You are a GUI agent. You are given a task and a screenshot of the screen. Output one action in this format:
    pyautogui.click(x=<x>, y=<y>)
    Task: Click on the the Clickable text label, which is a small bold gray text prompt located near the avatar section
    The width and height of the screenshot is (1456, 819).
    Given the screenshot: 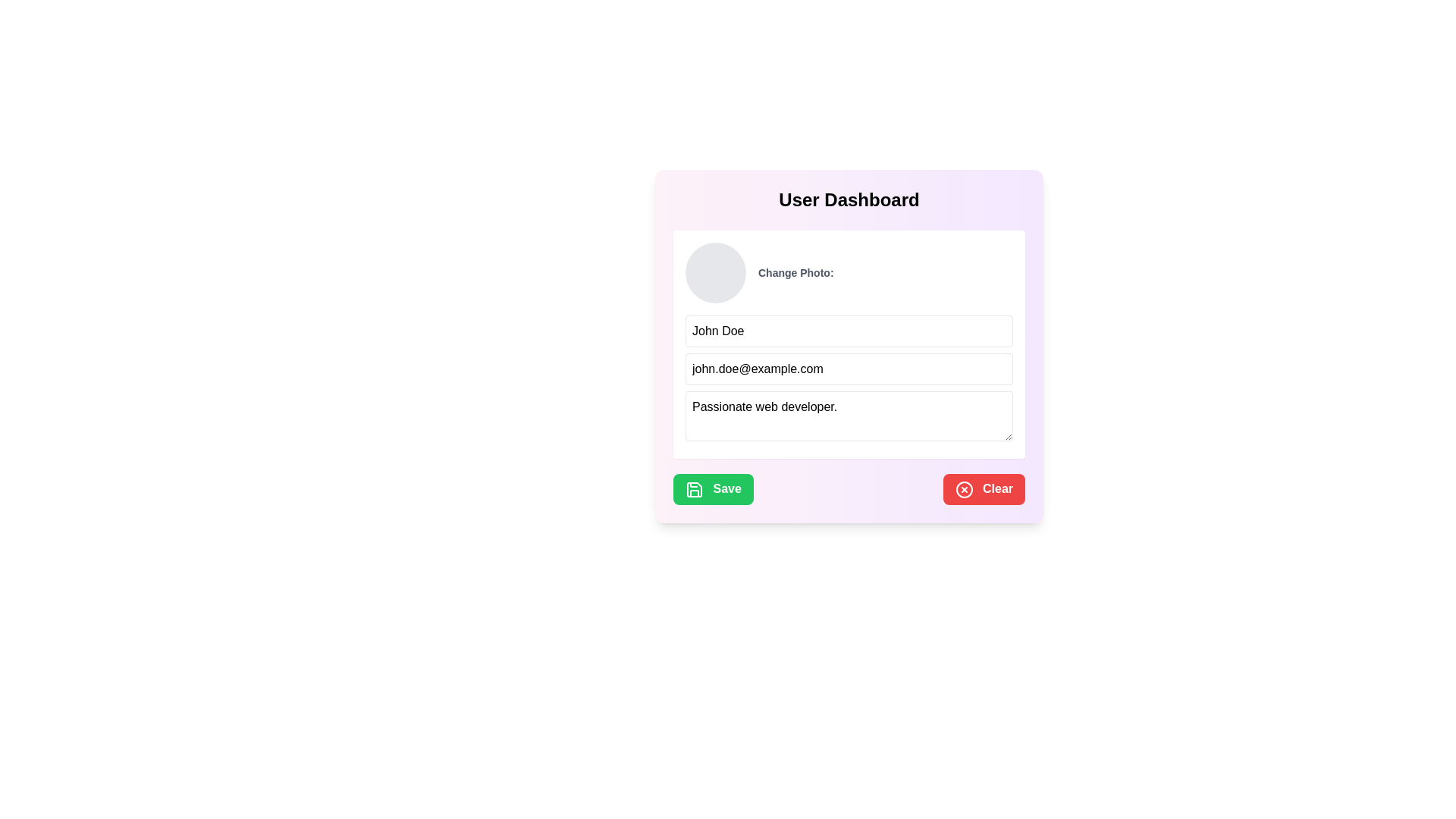 What is the action you would take?
    pyautogui.click(x=795, y=271)
    